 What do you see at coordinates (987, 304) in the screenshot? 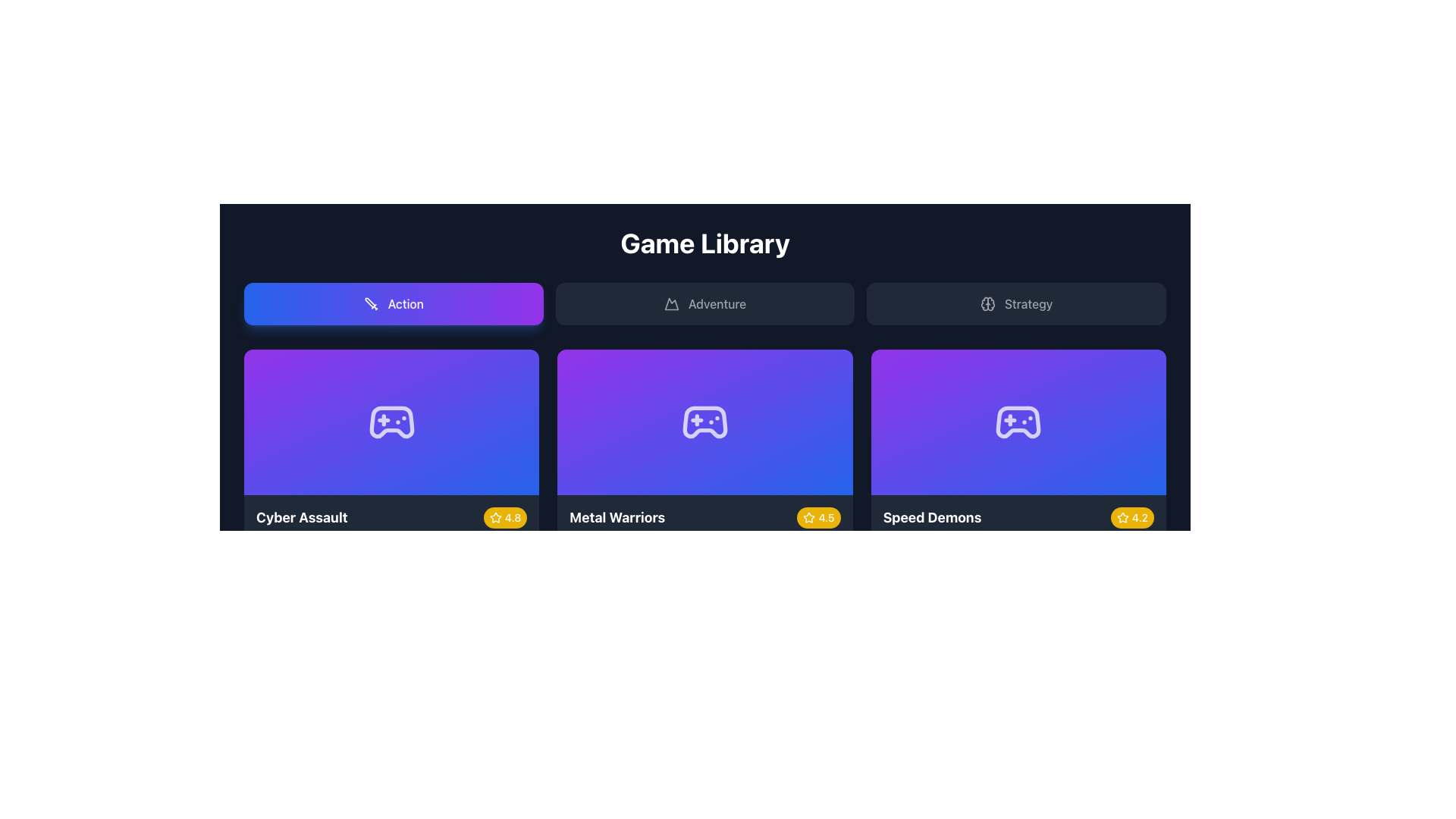
I see `the brain icon located to the left of the word 'Strategy' within the rightmost button of the top-center area of the interface` at bounding box center [987, 304].